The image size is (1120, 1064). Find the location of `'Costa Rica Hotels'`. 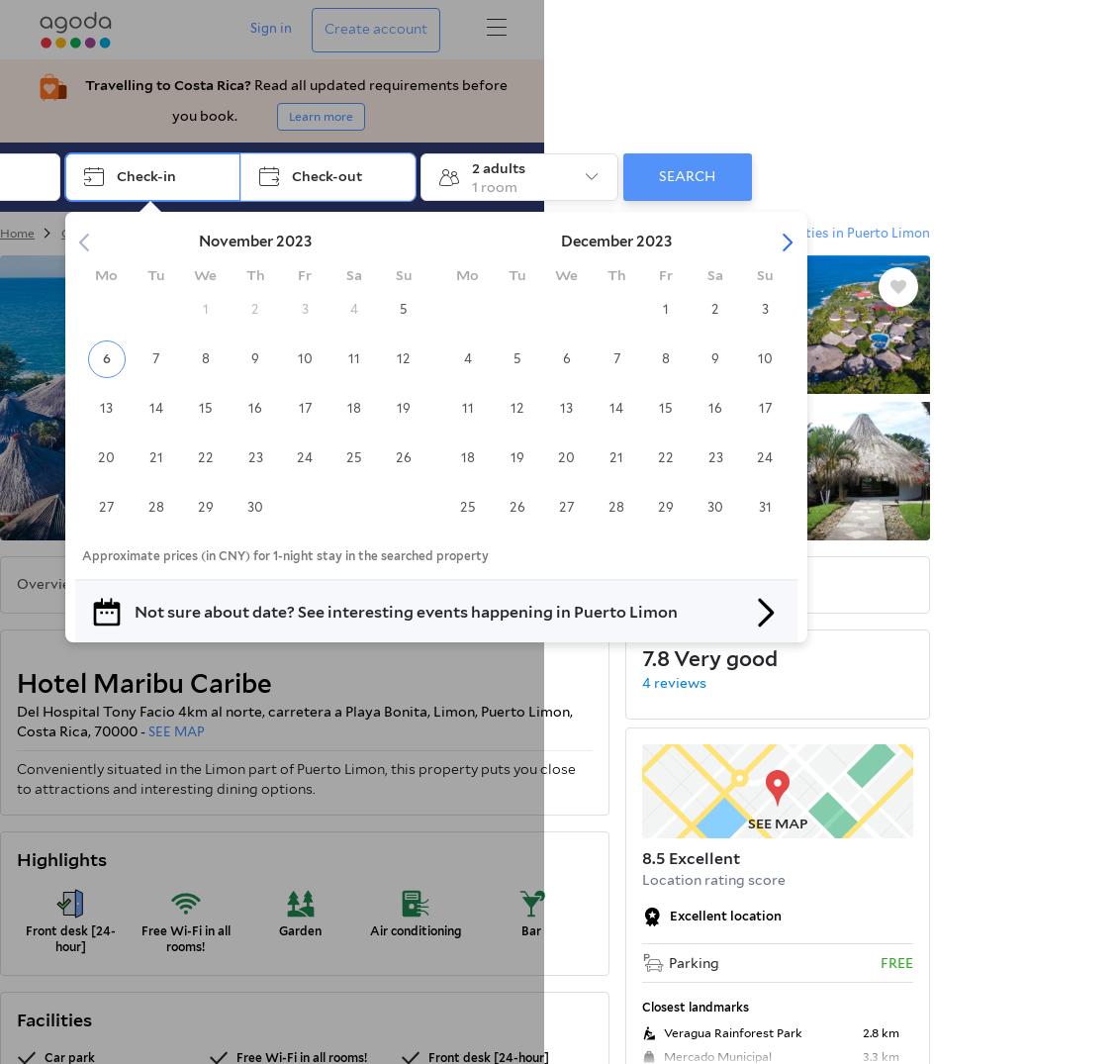

'Costa Rica Hotels' is located at coordinates (61, 232).